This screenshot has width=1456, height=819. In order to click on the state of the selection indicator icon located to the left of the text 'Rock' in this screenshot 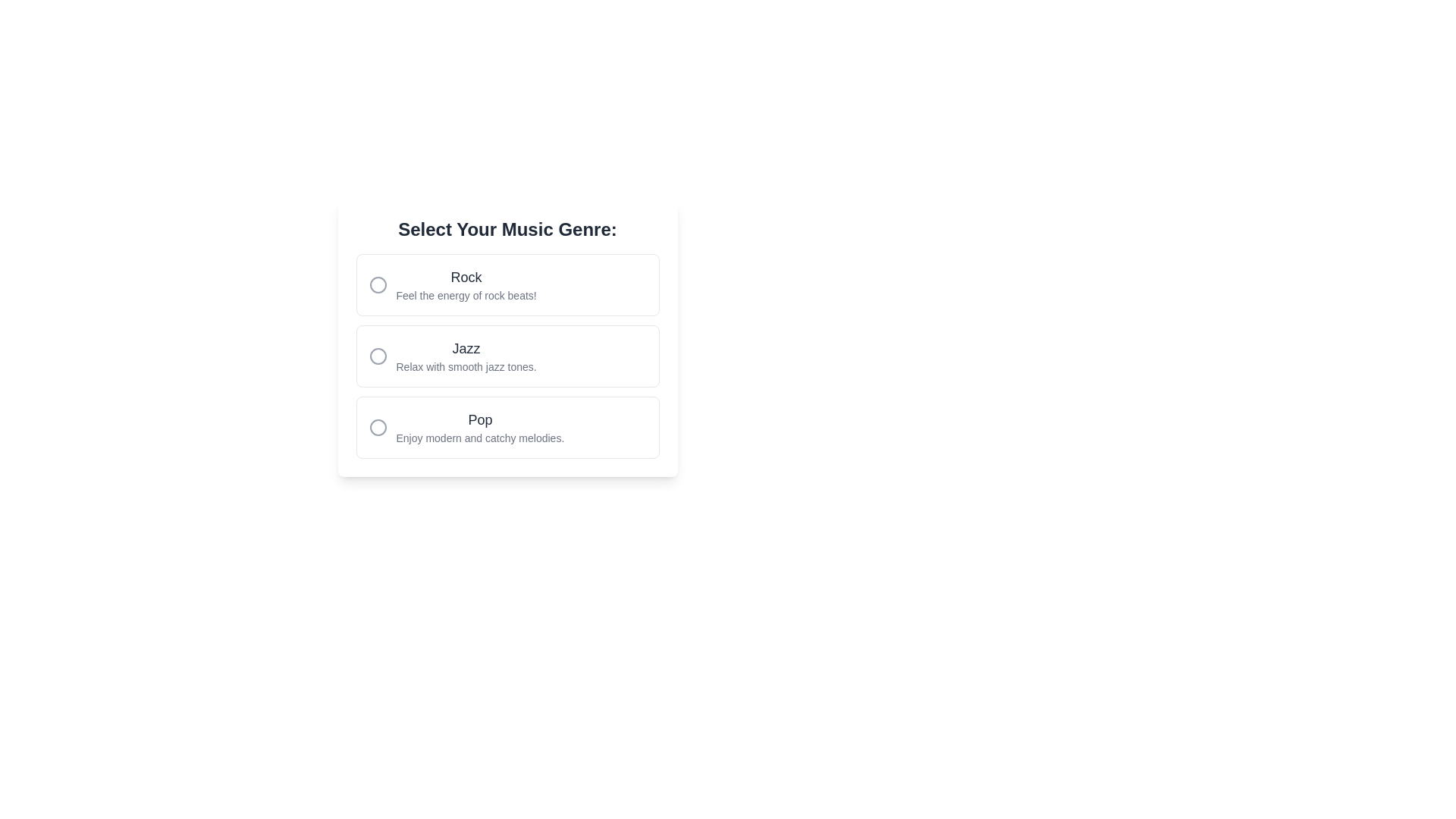, I will do `click(378, 284)`.